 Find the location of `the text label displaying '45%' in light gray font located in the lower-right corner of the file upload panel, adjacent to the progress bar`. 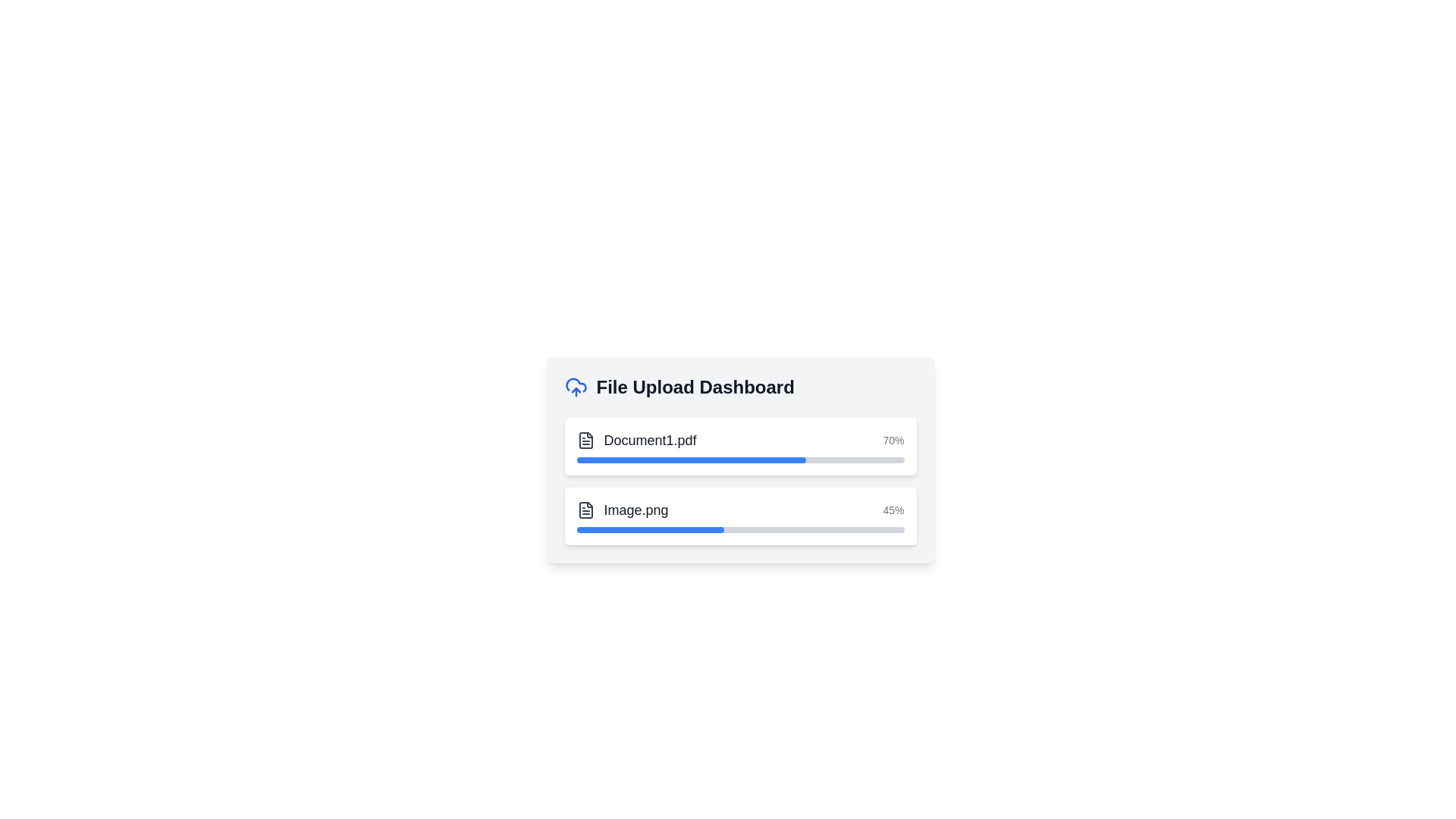

the text label displaying '45%' in light gray font located in the lower-right corner of the file upload panel, adjacent to the progress bar is located at coordinates (893, 510).